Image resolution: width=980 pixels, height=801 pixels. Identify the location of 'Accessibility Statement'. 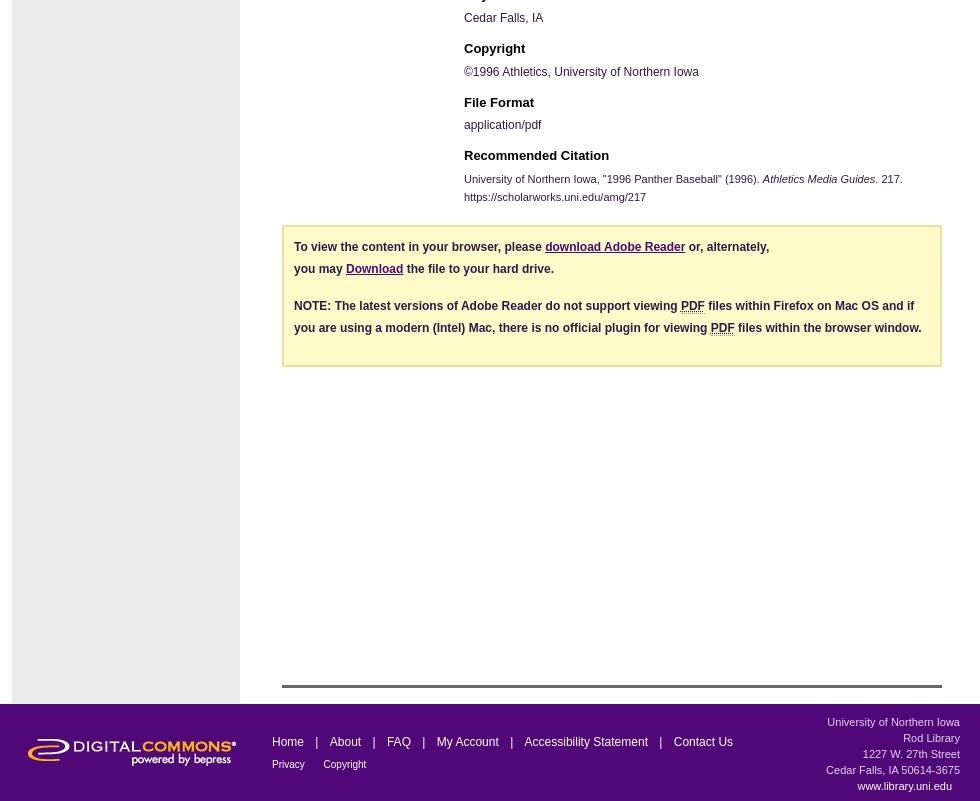
(587, 741).